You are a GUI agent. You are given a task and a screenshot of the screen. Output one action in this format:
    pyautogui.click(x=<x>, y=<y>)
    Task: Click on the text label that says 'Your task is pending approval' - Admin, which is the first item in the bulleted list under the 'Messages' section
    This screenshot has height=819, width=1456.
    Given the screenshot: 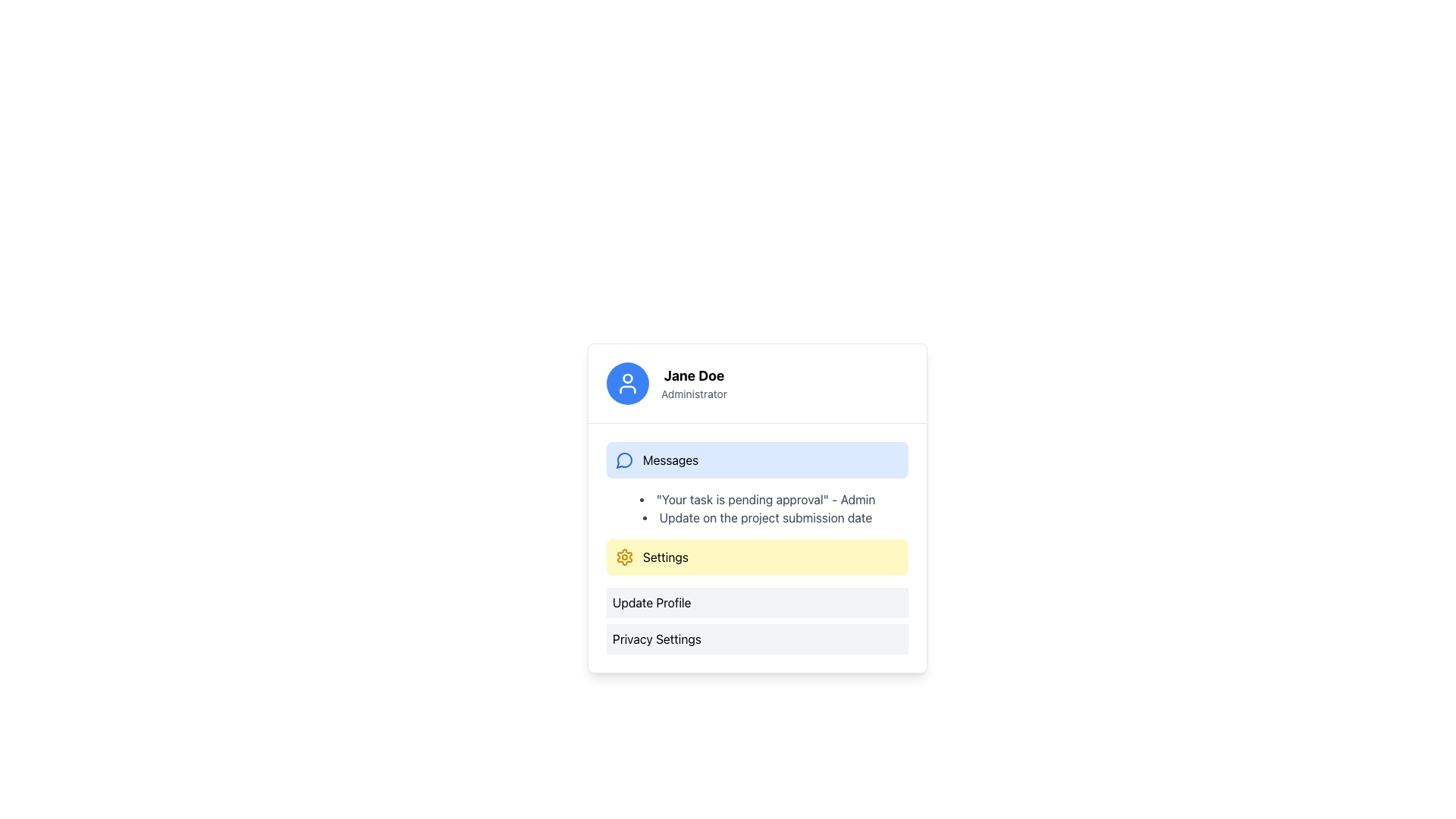 What is the action you would take?
    pyautogui.click(x=757, y=500)
    